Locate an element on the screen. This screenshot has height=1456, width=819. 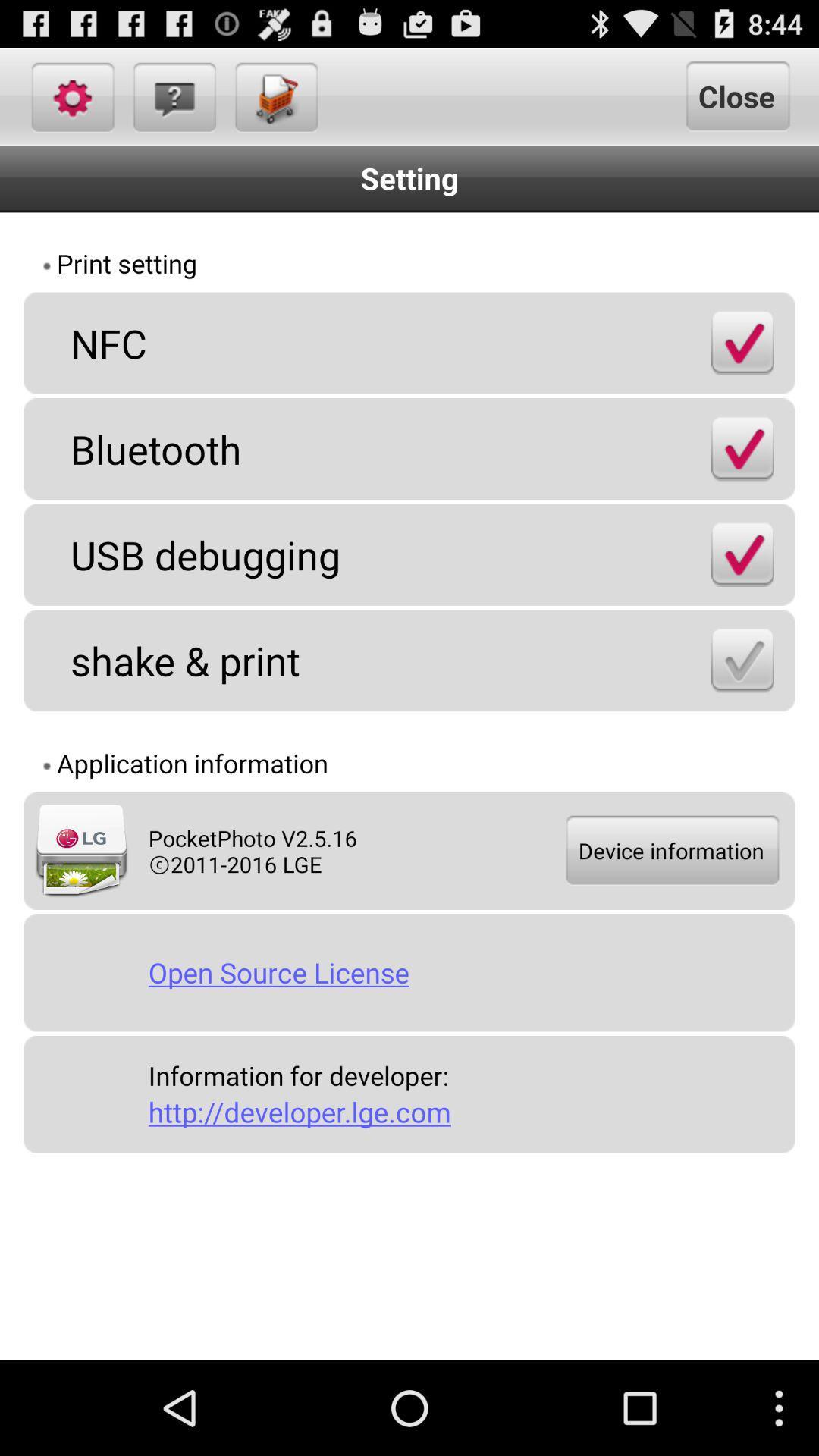
shake print is located at coordinates (742, 660).